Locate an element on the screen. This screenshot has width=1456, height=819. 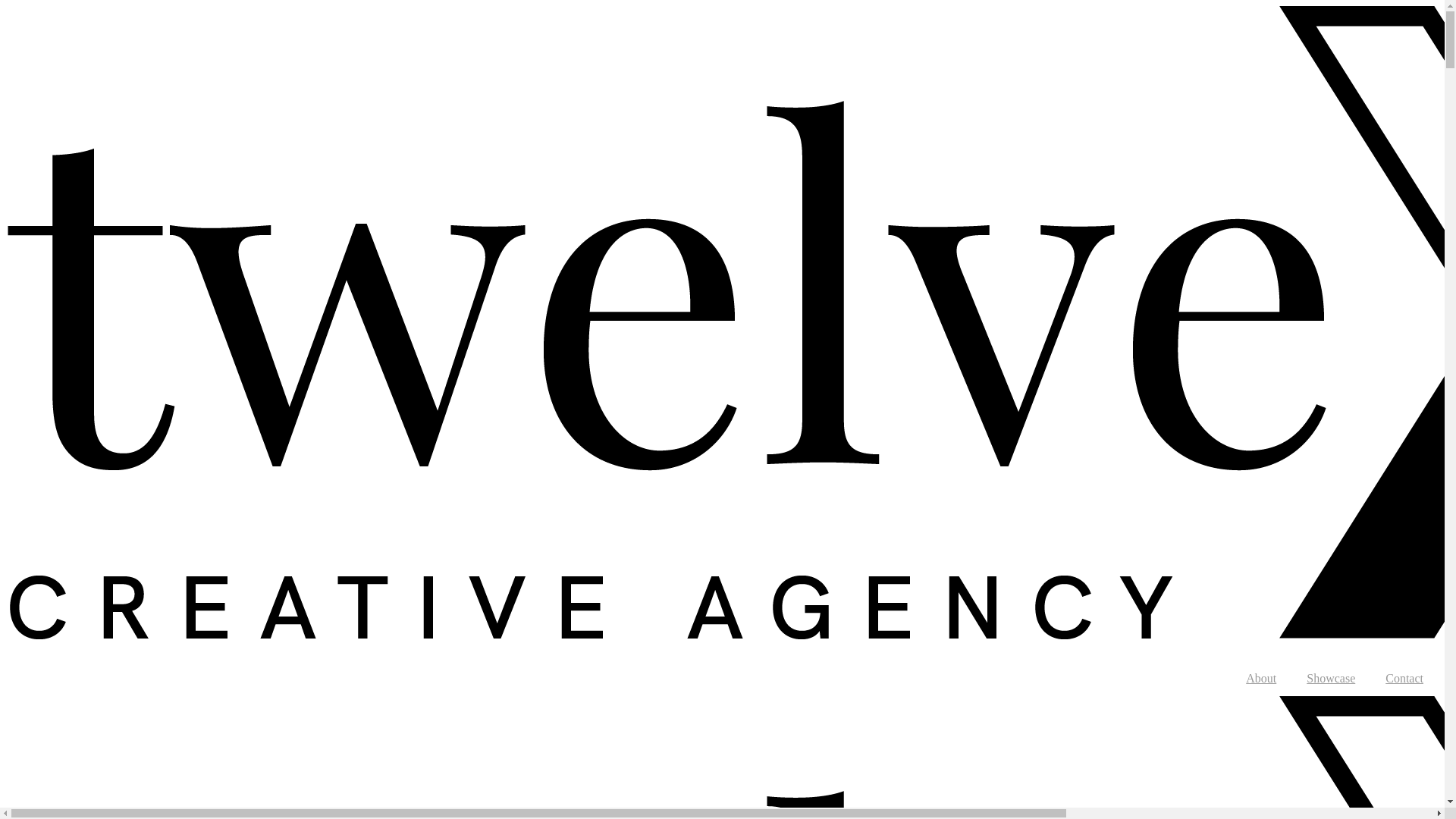
'About' is located at coordinates (1260, 677).